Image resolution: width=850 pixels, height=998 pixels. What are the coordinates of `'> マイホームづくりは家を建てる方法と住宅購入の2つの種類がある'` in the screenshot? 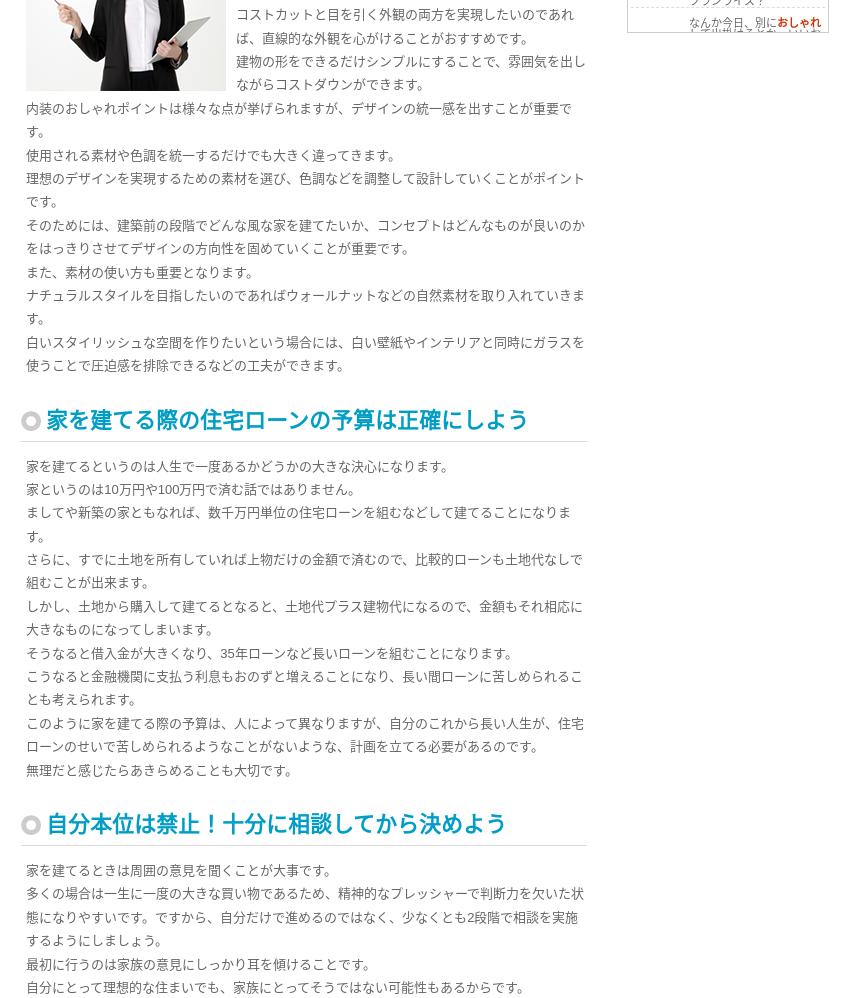 It's located at (729, 136).